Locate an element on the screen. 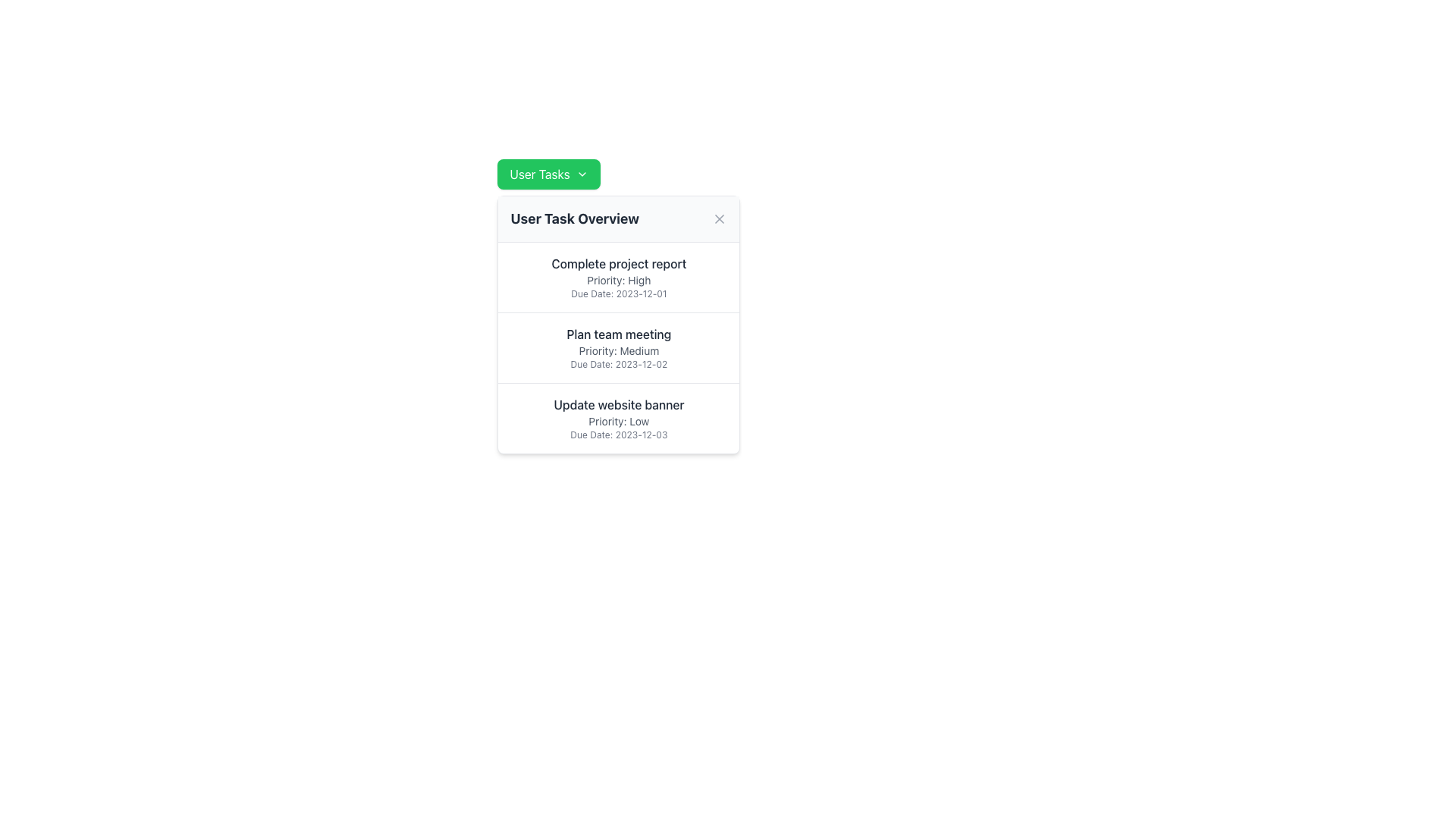 This screenshot has height=819, width=1456. the 'Priority: High' text label, which is styled with a small font size and light gray color, located beneath 'Complete project report' in the first task card of the 'User Task Overview' dialog is located at coordinates (619, 281).